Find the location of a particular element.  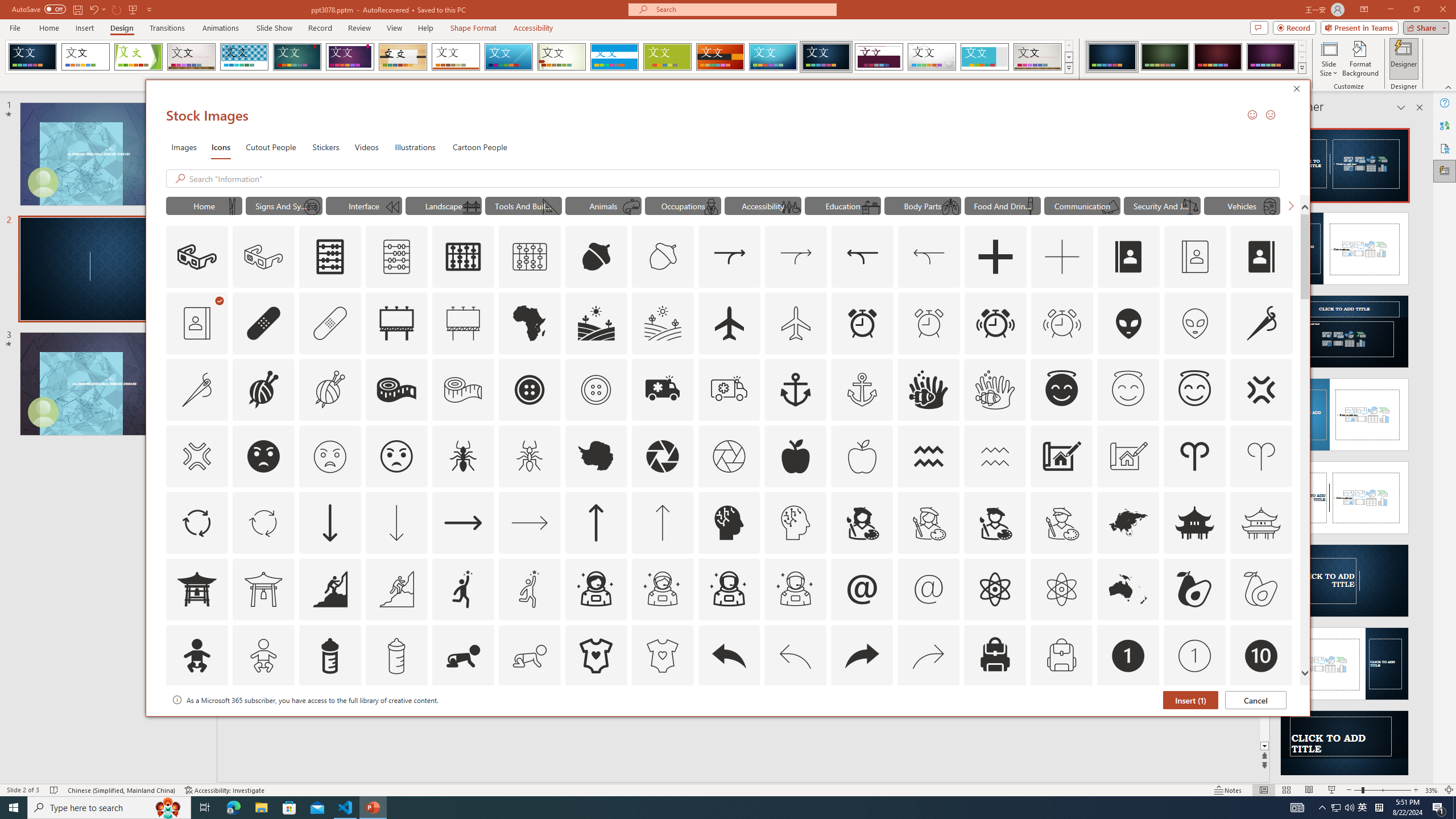

'AutomationID: Icons_Backpack_M' is located at coordinates (1061, 655).